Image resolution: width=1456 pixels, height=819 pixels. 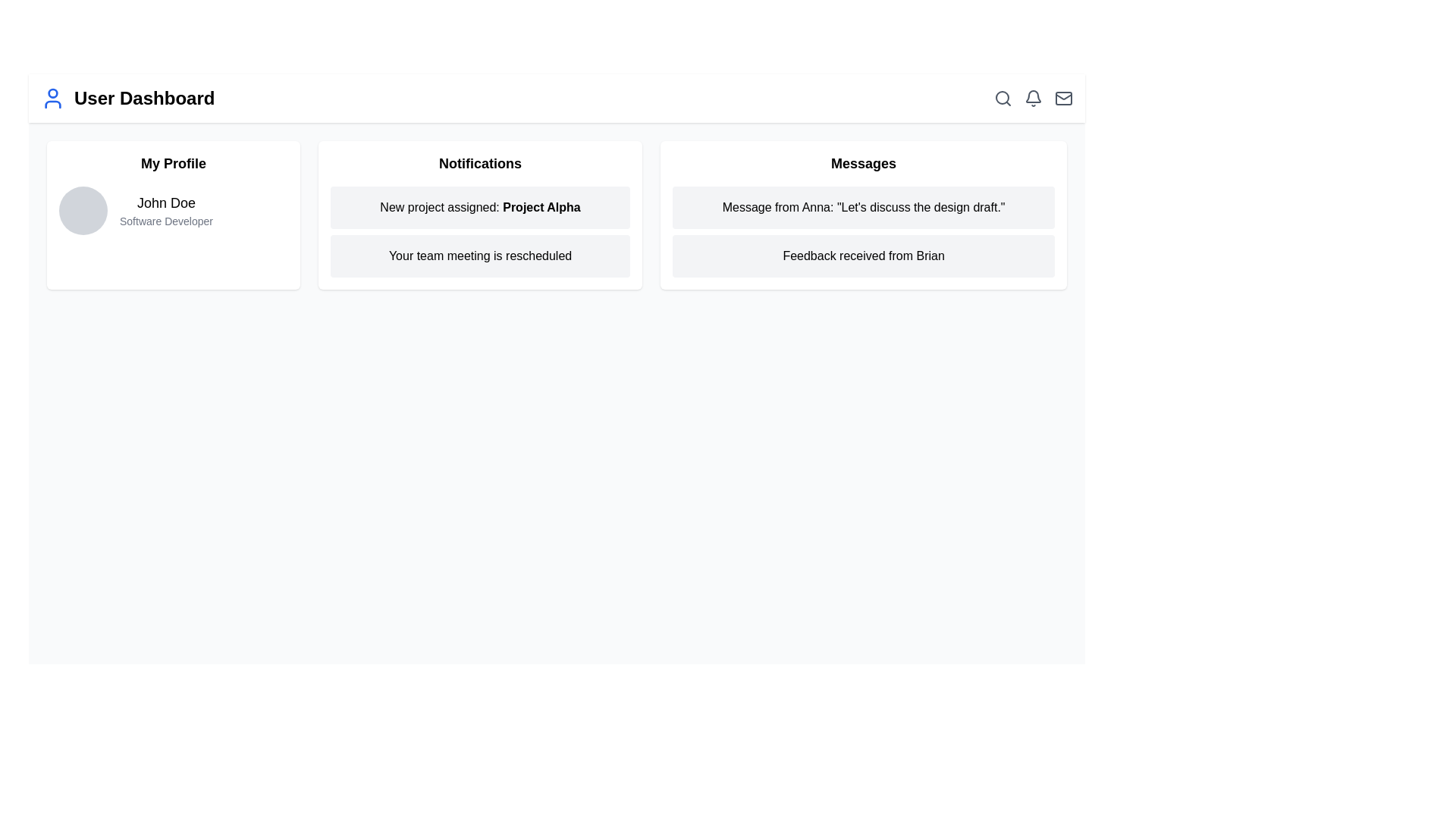 What do you see at coordinates (864, 215) in the screenshot?
I see `titles and messages within the Informational card titled 'Messages', which contains messages from Anna and Brian` at bounding box center [864, 215].